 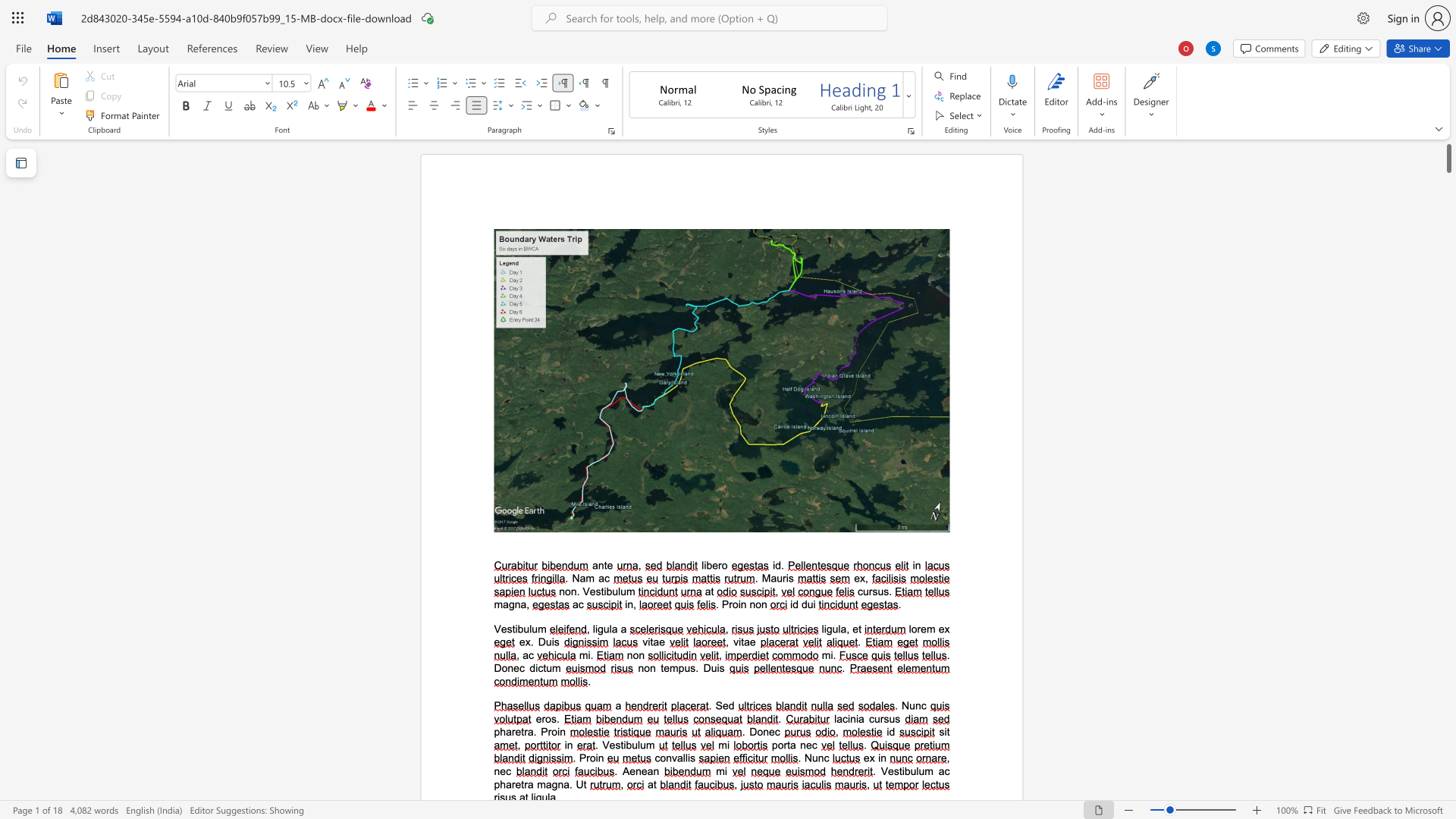 What do you see at coordinates (538, 667) in the screenshot?
I see `the space between the continuous character "i" and "c" in the text` at bounding box center [538, 667].